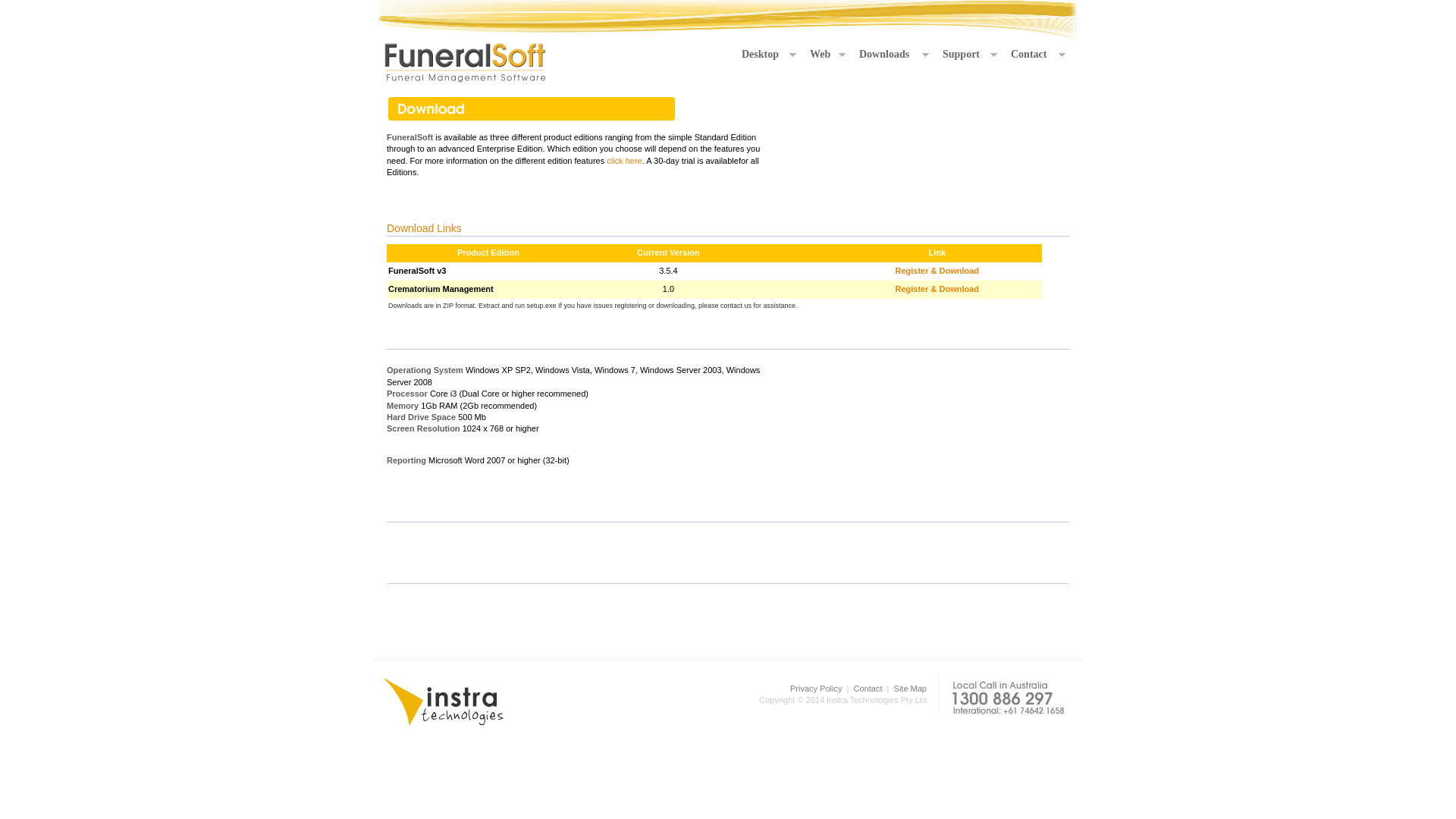 Image resolution: width=1456 pixels, height=819 pixels. I want to click on 'Desktop', so click(767, 54).